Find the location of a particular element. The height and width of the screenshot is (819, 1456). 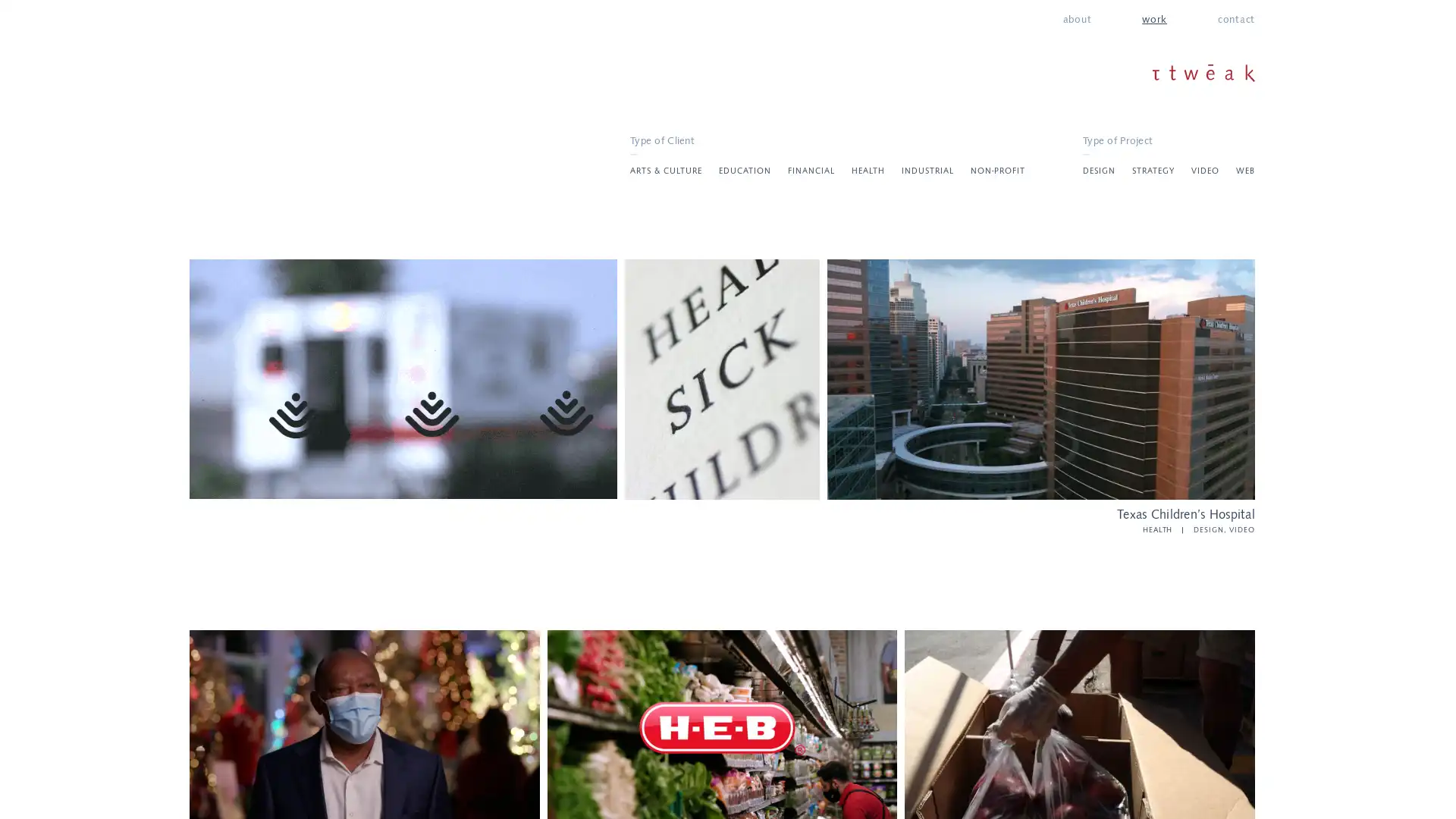

FINANCIAL is located at coordinates (811, 171).